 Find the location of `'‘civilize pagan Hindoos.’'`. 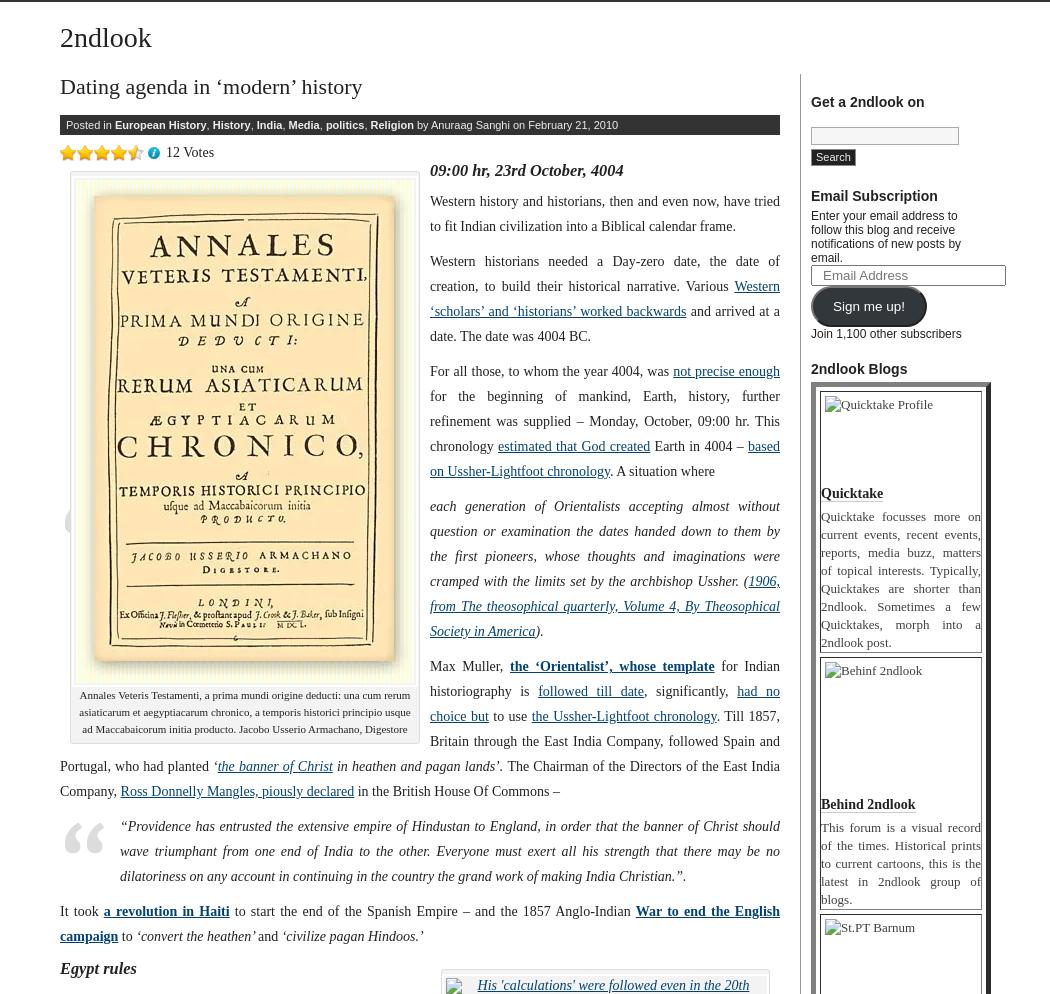

'‘civilize pagan Hindoos.’' is located at coordinates (350, 936).